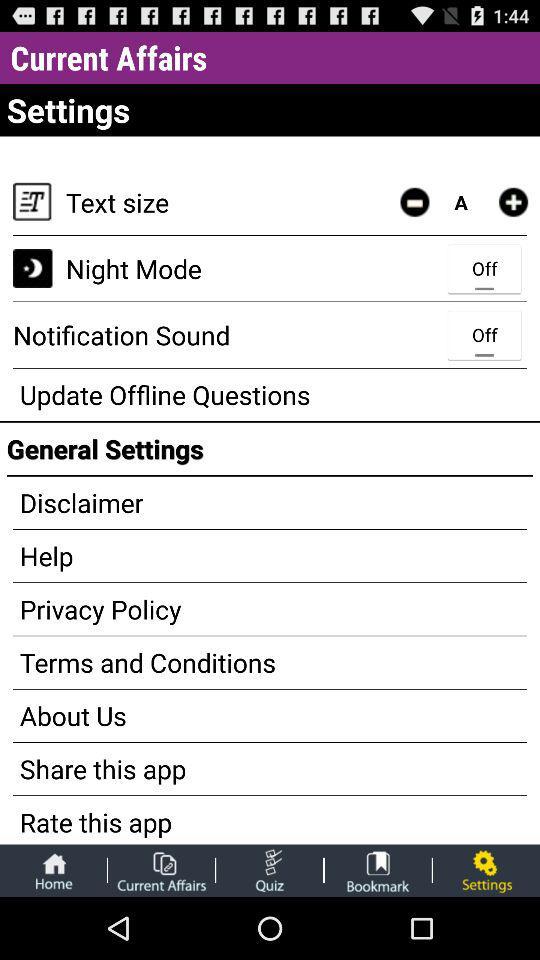 This screenshot has width=540, height=960. Describe the element at coordinates (269, 869) in the screenshot. I see `take a quiz` at that location.